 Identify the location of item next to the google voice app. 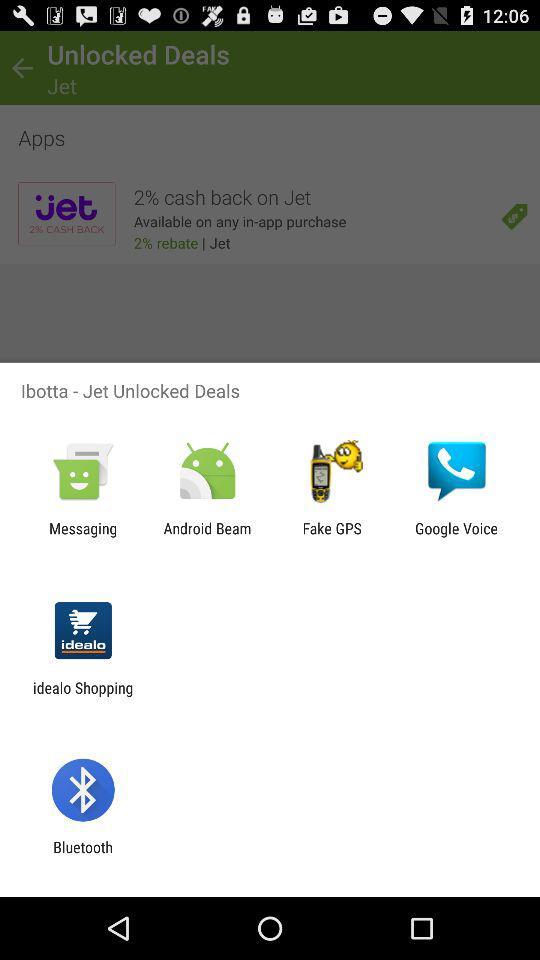
(332, 536).